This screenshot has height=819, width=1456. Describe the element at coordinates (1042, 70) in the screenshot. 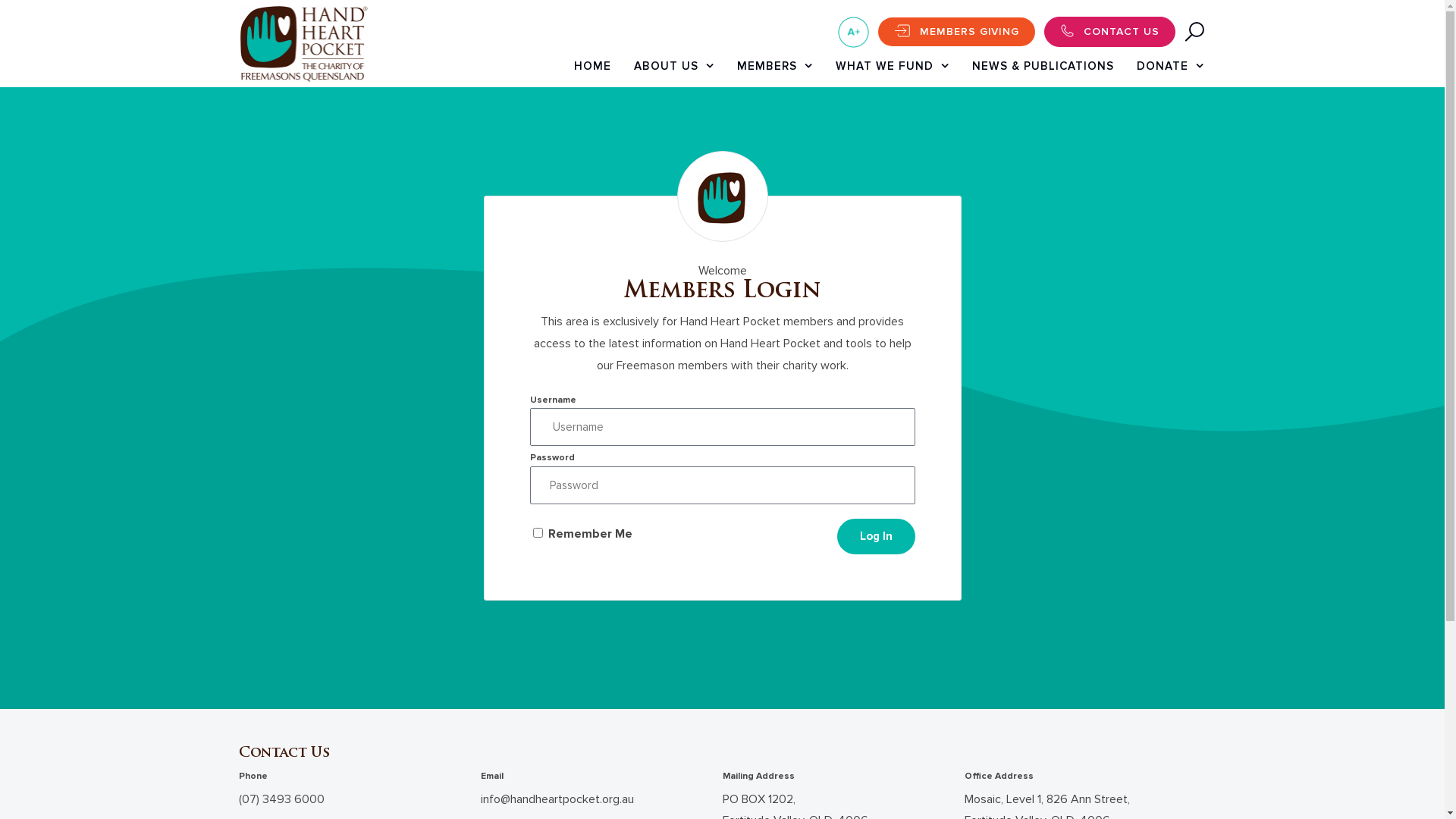

I see `'NEWS & PUBLICATIONS'` at that location.